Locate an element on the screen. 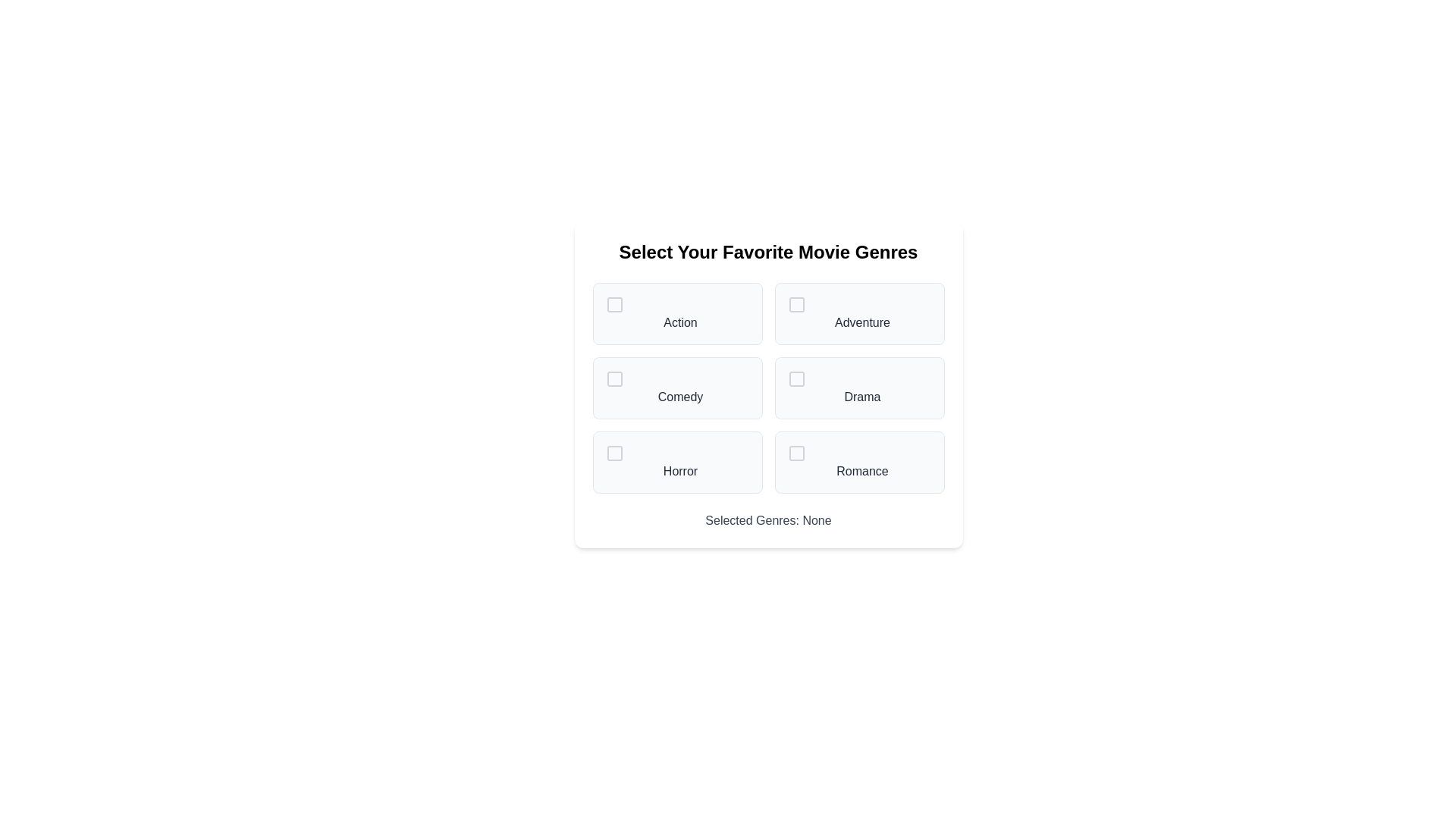 This screenshot has height=819, width=1456. the genre Drama to select or deselect it is located at coordinates (859, 388).